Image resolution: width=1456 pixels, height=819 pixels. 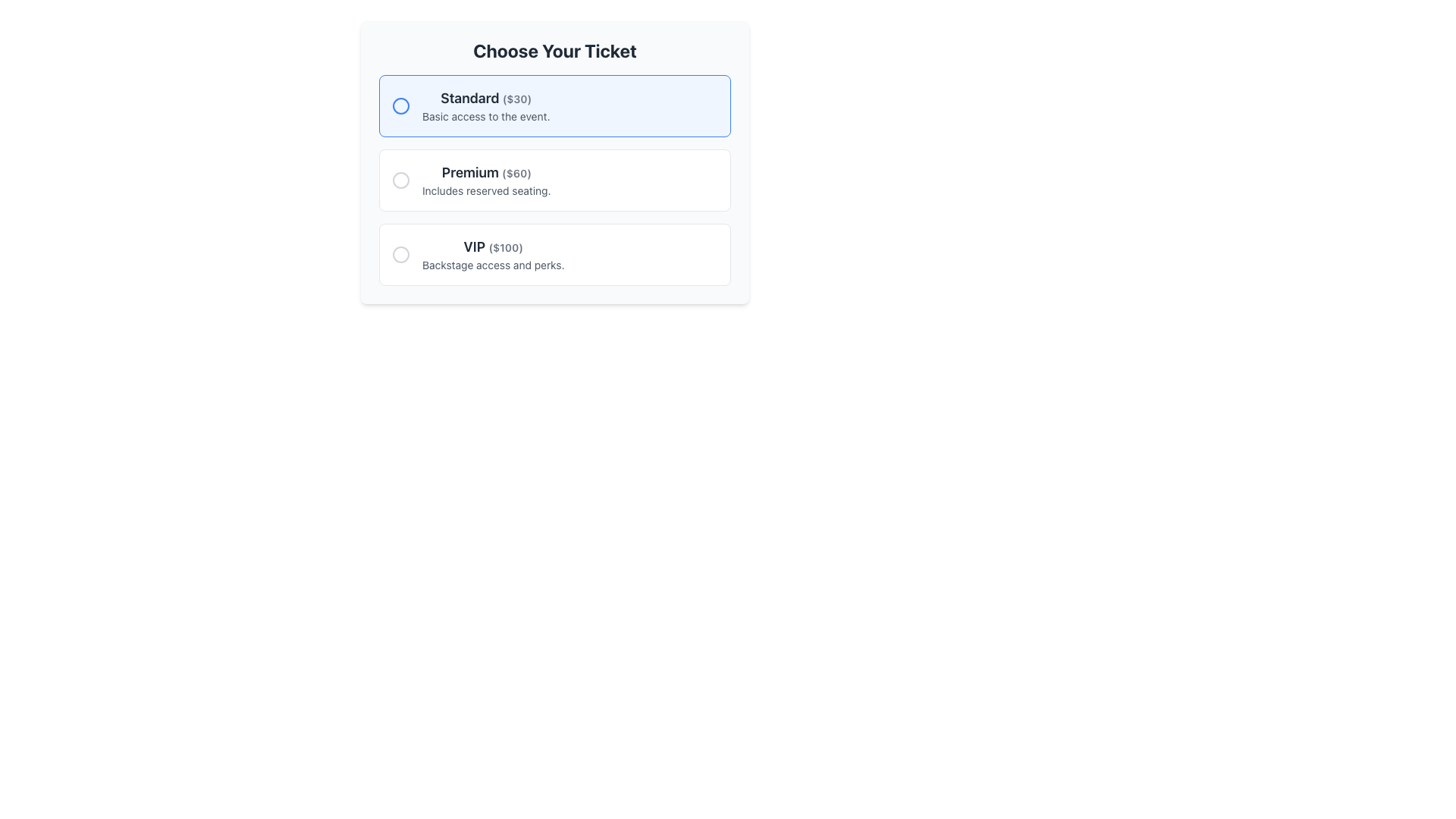 What do you see at coordinates (554, 253) in the screenshot?
I see `the VIP ticket option card, which is a rectangular card with rounded corners, containing the title 'VIP ($100)' and description 'Backstage access and perks.' It is the bottom option in the 'Choose Your Ticket' group` at bounding box center [554, 253].